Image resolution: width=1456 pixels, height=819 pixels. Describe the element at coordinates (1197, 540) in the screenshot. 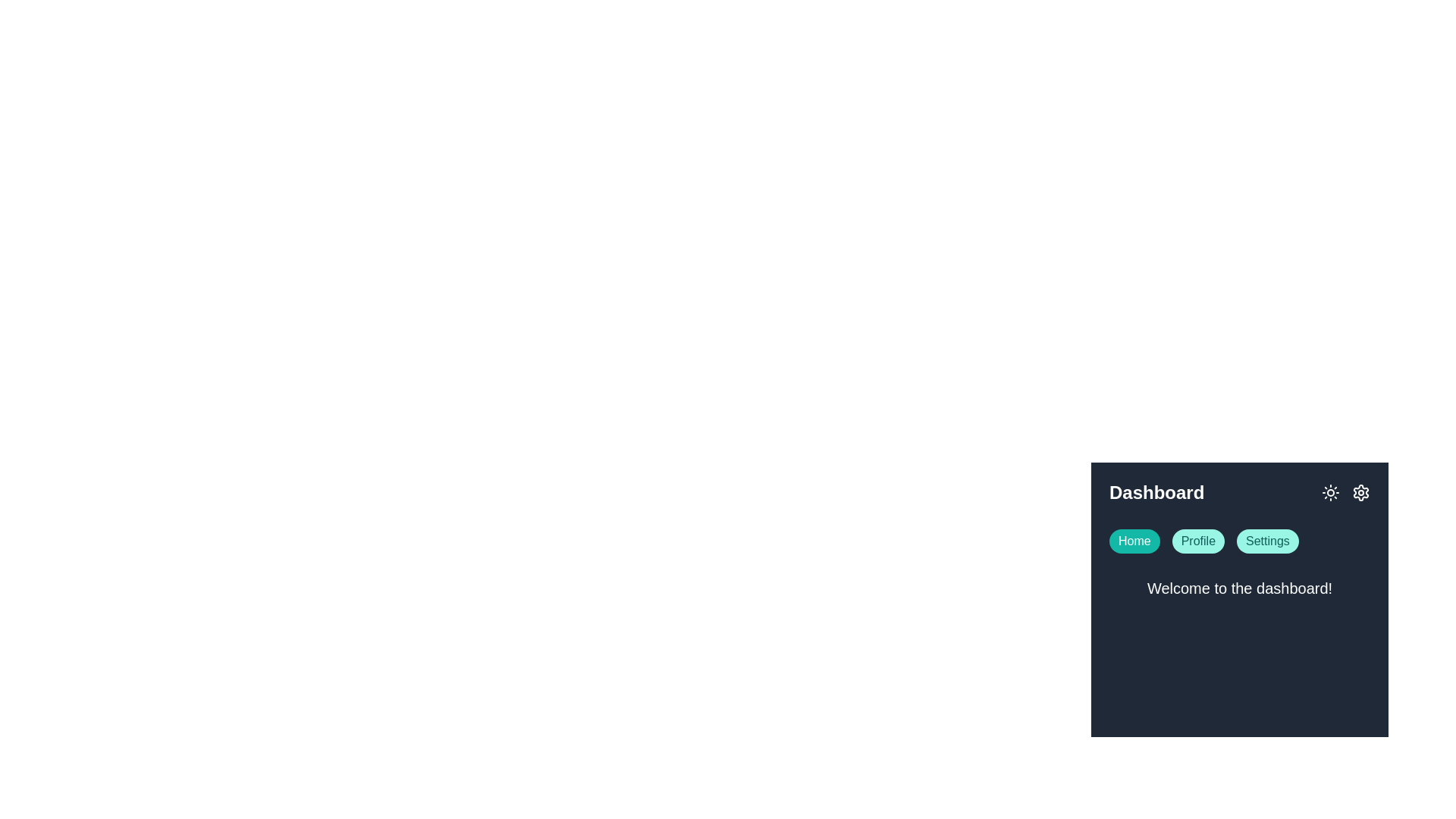

I see `the 'Profile' button, which is a rounded rectangular button with a teal background located in the horizontal navigation menu between the 'Home' and 'Settings' buttons` at that location.